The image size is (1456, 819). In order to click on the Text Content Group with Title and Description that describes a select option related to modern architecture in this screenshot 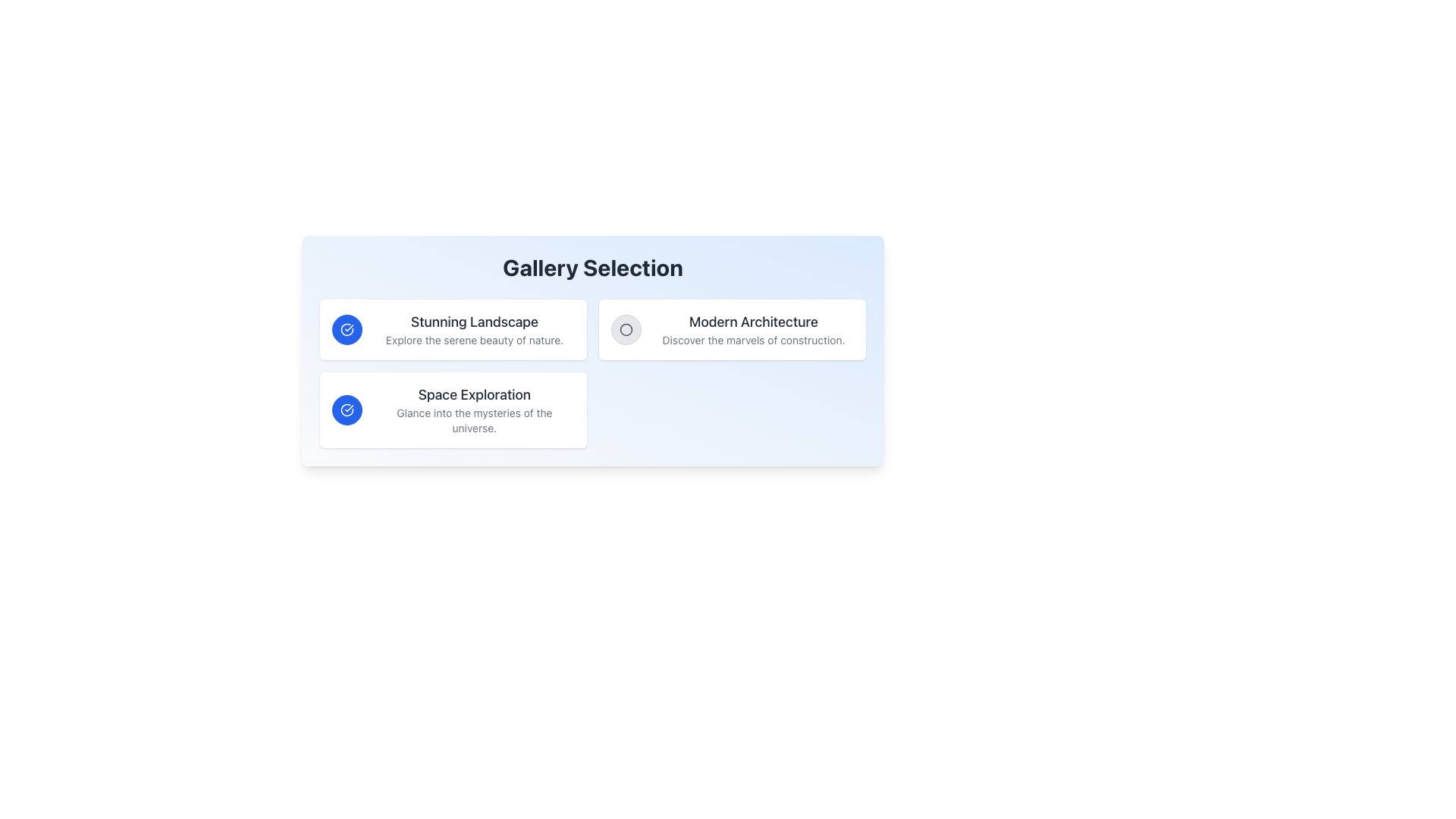, I will do `click(753, 329)`.